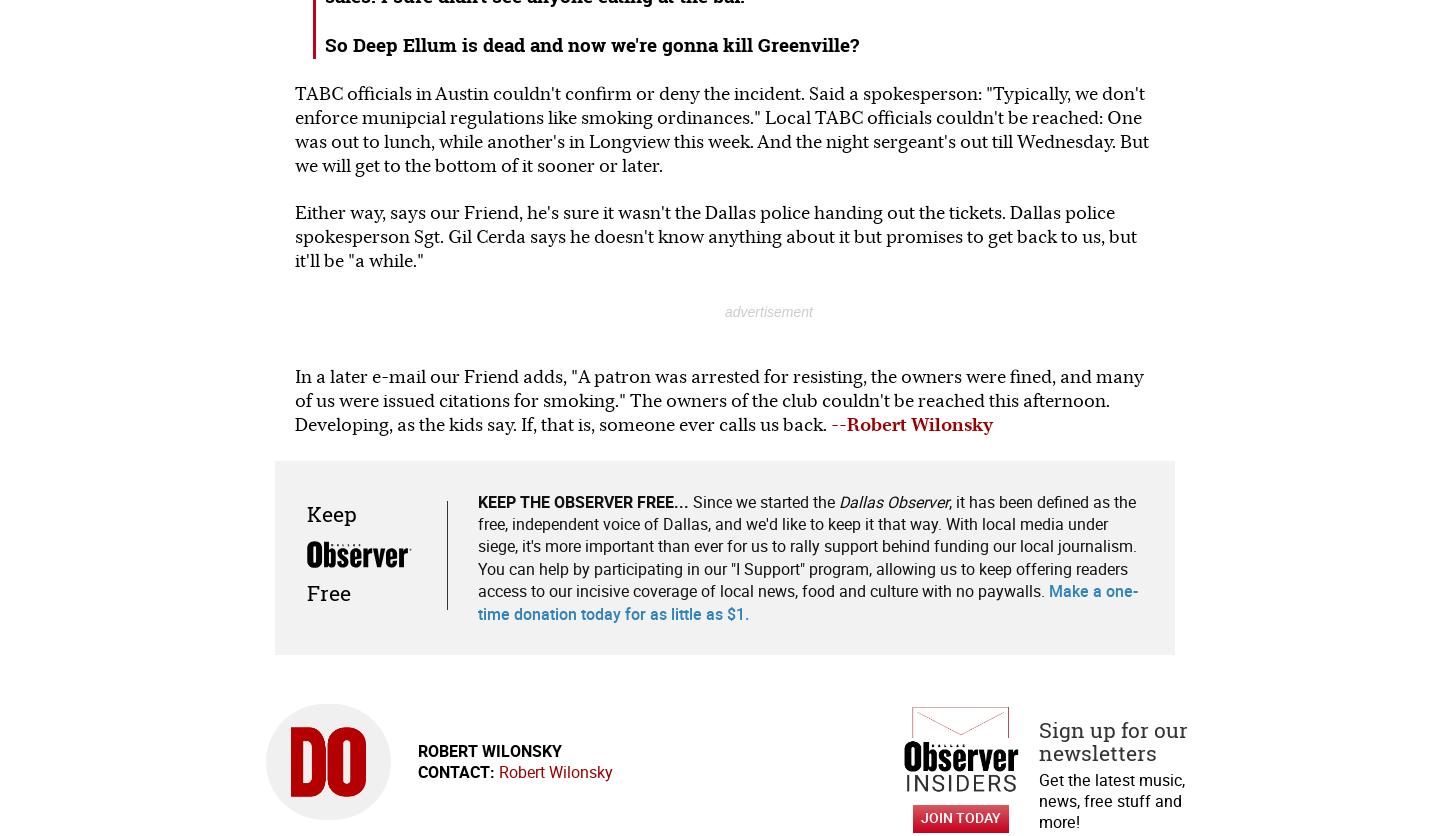 This screenshot has width=1450, height=836. Describe the element at coordinates (306, 513) in the screenshot. I see `'Keep'` at that location.